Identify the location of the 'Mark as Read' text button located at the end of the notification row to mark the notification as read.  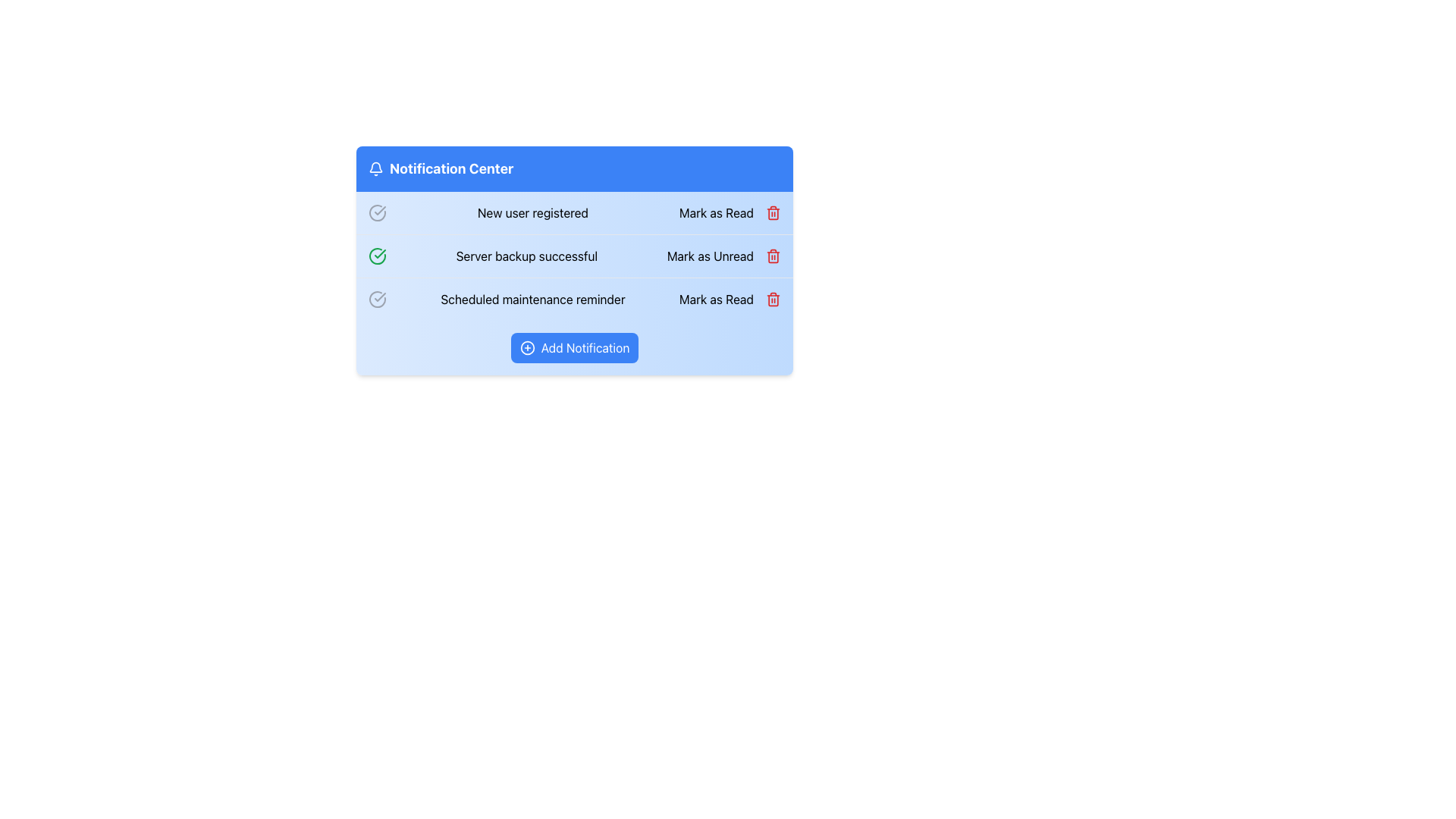
(716, 213).